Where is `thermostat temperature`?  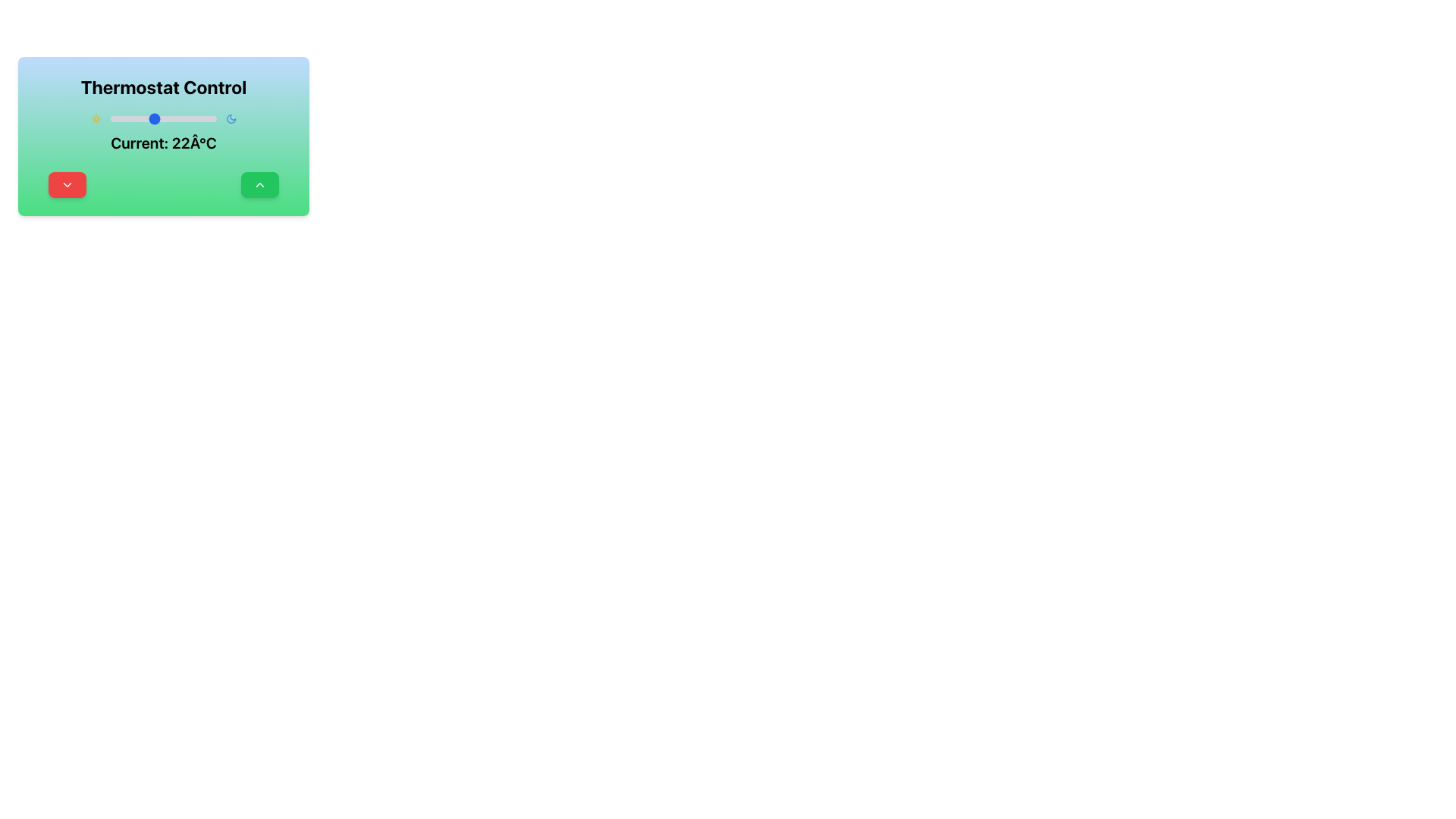 thermostat temperature is located at coordinates (117, 118).